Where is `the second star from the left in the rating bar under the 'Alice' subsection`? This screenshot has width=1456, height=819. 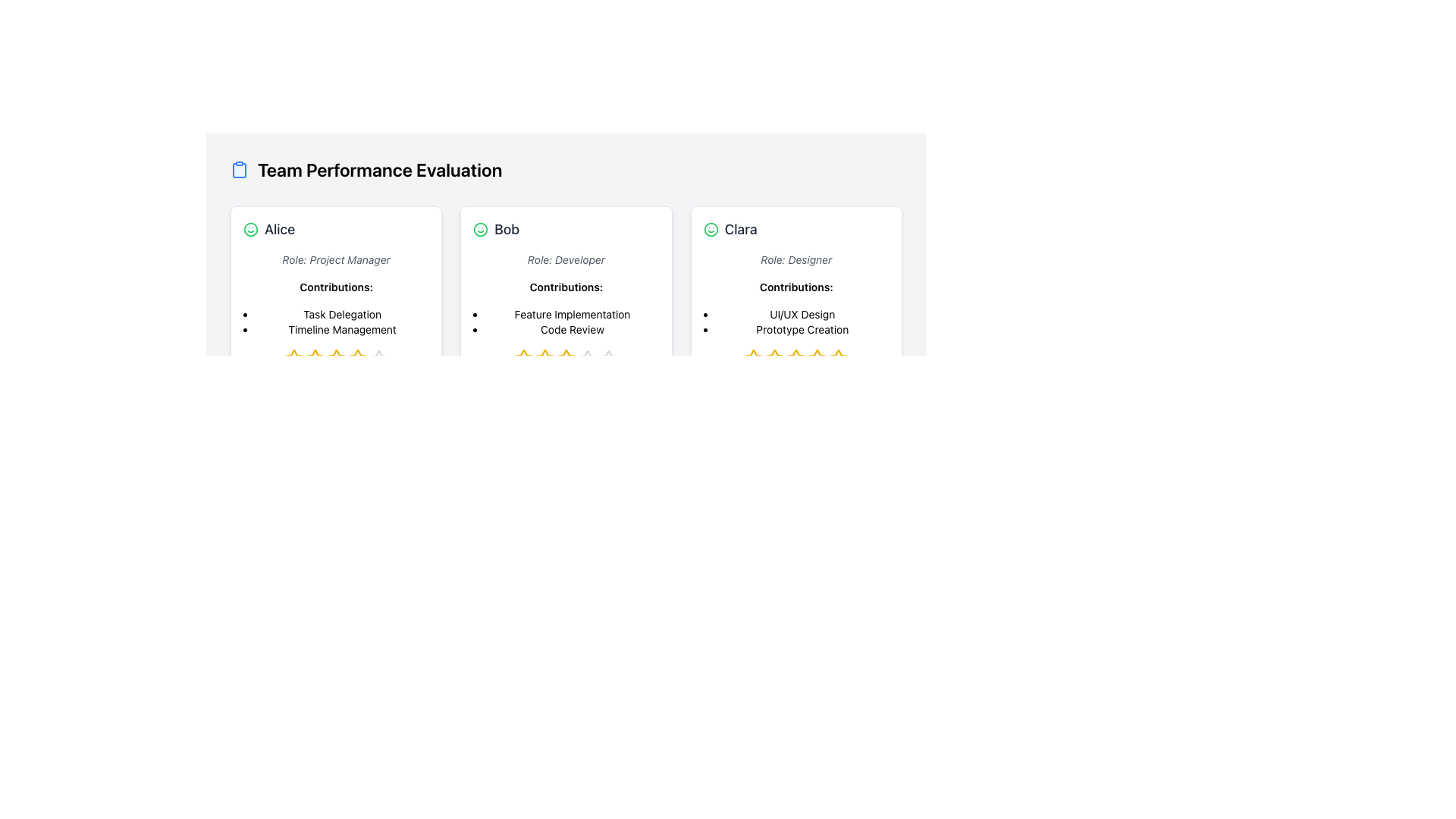
the second star from the left in the rating bar under the 'Alice' subsection is located at coordinates (335, 358).